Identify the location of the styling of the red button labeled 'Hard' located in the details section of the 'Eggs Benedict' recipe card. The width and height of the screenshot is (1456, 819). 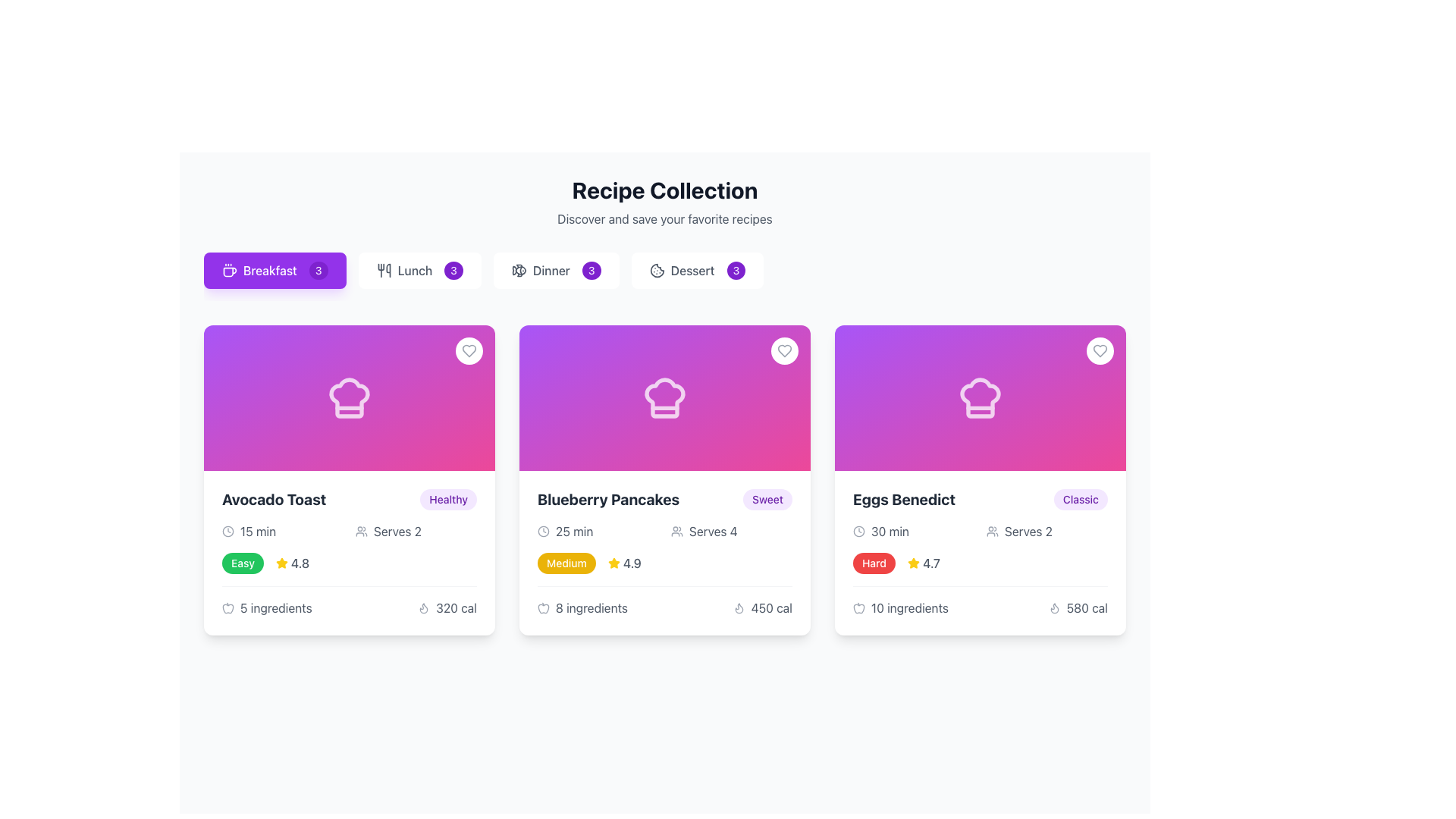
(874, 563).